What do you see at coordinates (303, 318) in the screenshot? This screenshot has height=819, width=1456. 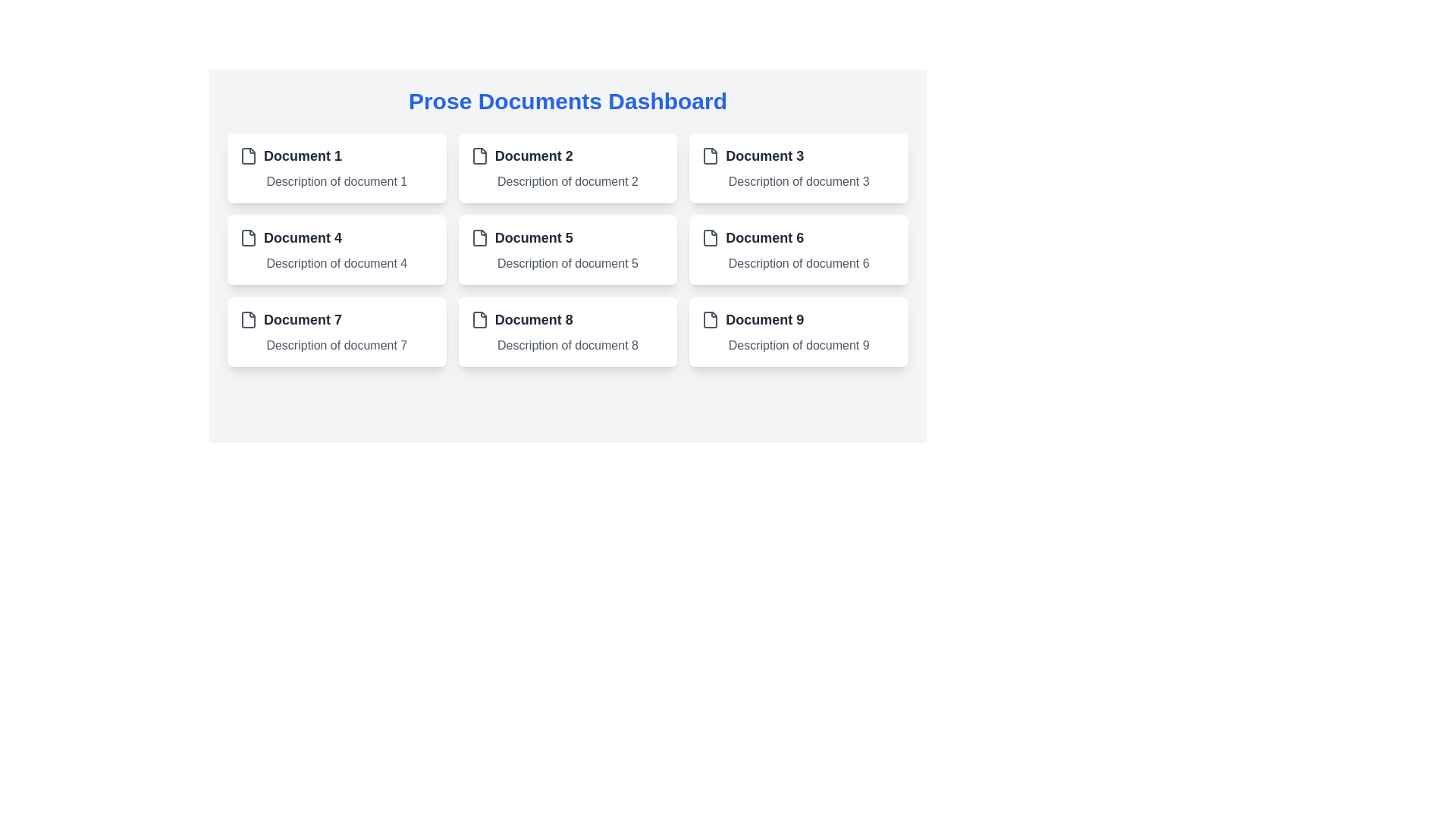 I see `the static text label displaying 'Document 7', which is styled with a bold font in dark gray color, located in the third row, first column of the card layout` at bounding box center [303, 318].